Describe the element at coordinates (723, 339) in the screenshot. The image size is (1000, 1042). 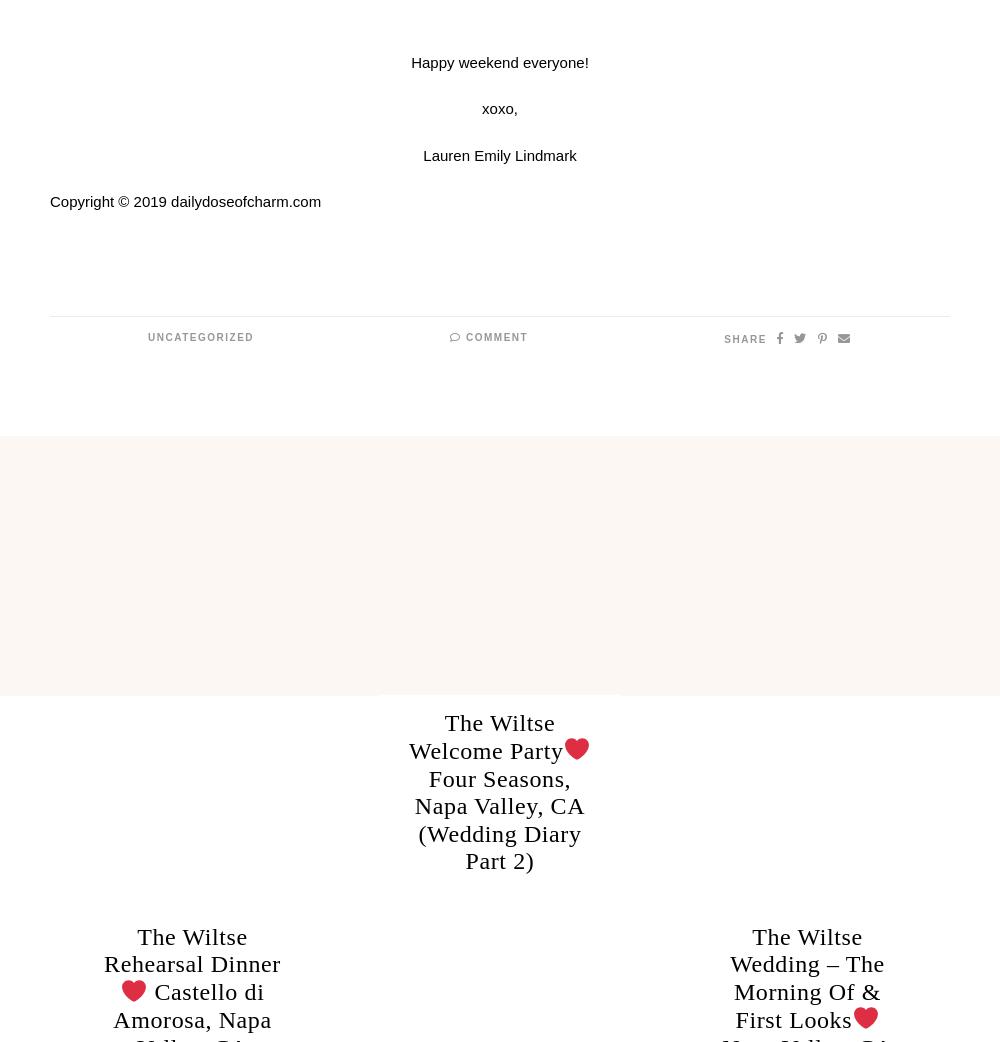
I see `'Share'` at that location.